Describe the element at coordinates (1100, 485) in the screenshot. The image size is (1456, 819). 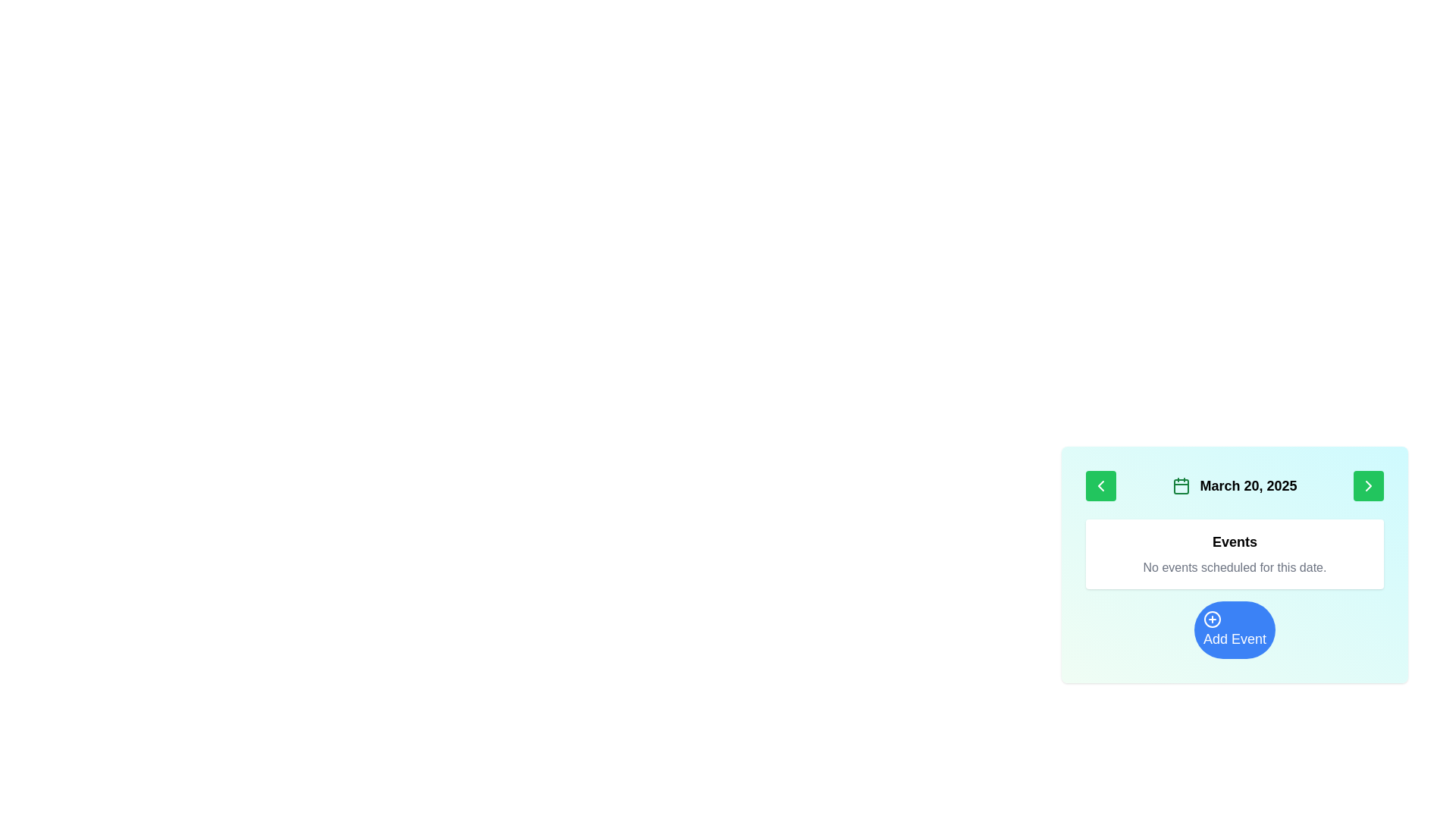
I see `the left-chevron icon in the navigation bar` at that location.